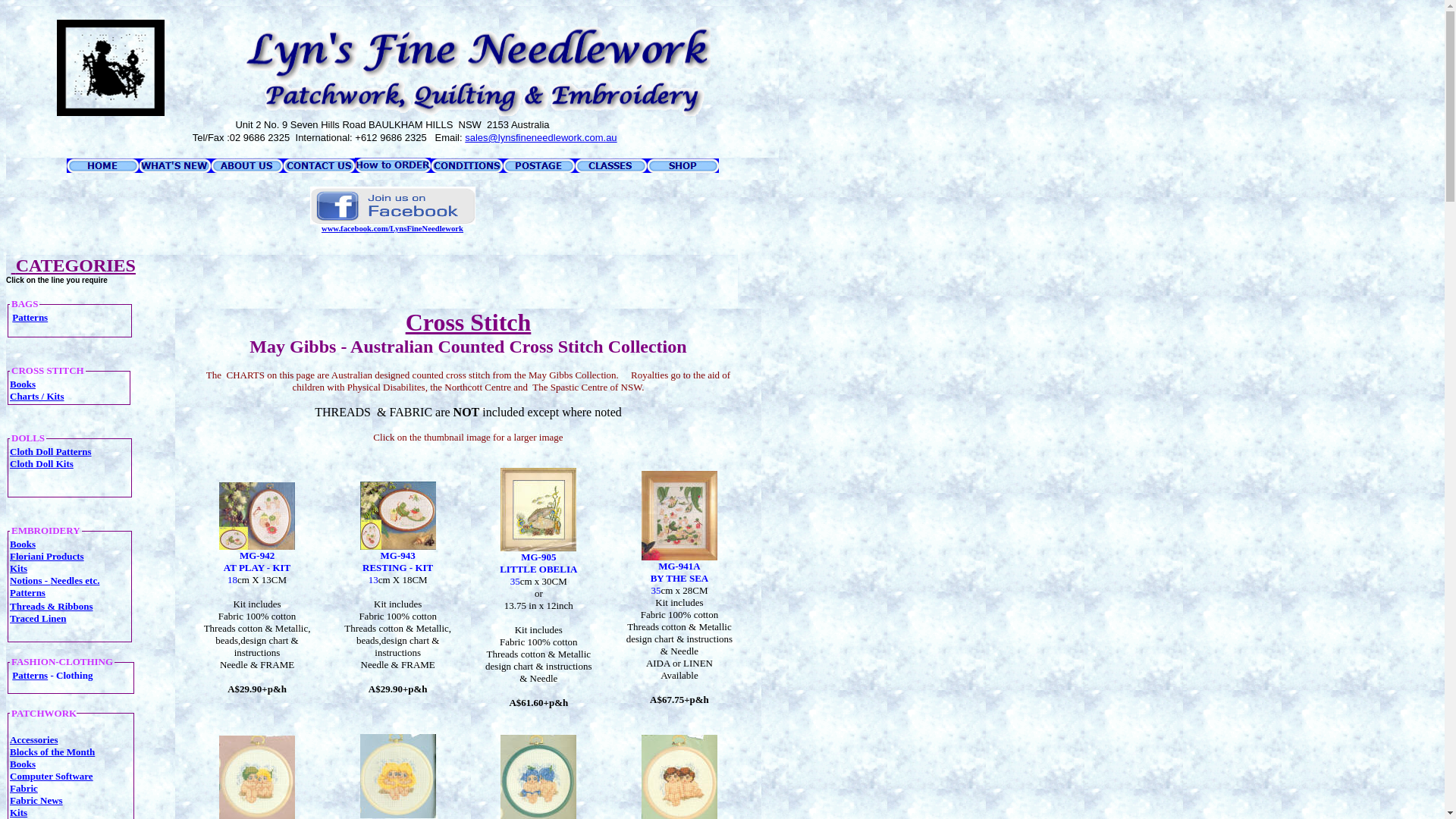 Image resolution: width=1456 pixels, height=819 pixels. What do you see at coordinates (541, 137) in the screenshot?
I see `'sales@lynsfineneedlework.com.au'` at bounding box center [541, 137].